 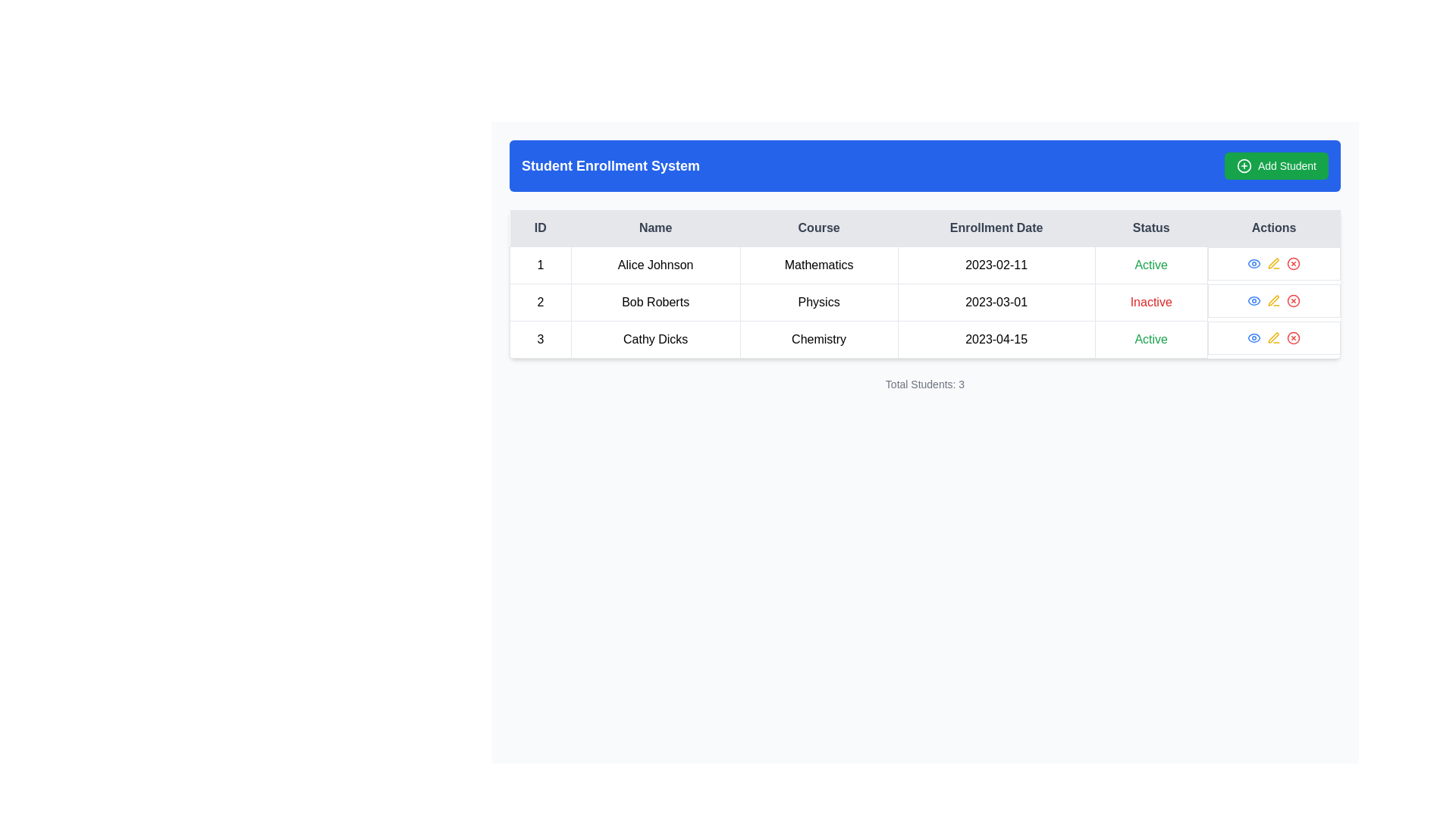 What do you see at coordinates (818, 265) in the screenshot?
I see `the content of the Text Display Cell that displays the course enrolled by the student 'Alice Johnson' in the table under the 'Student Enrollment System' header` at bounding box center [818, 265].